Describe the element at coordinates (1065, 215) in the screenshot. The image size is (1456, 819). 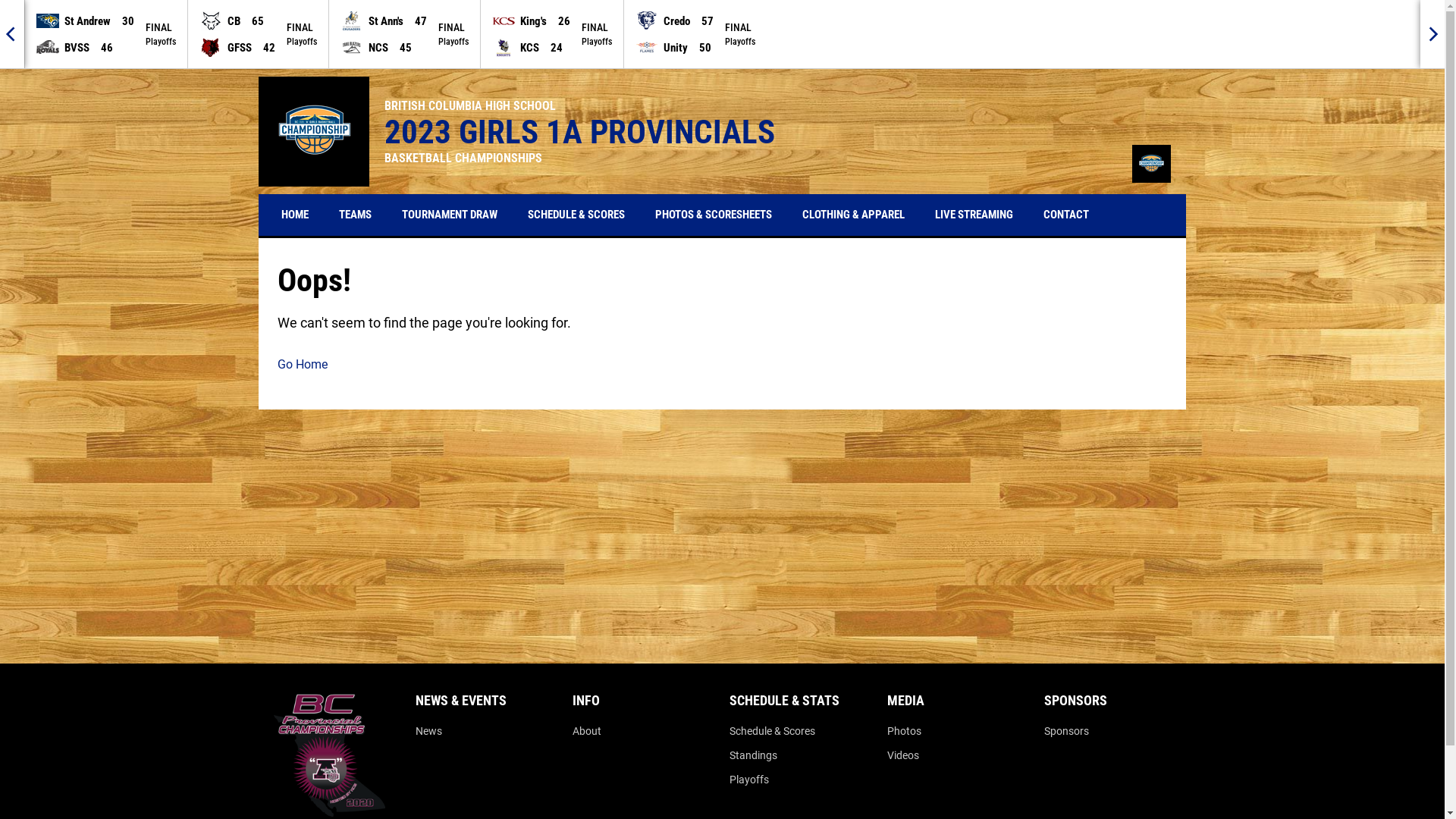
I see `'CONTACT'` at that location.